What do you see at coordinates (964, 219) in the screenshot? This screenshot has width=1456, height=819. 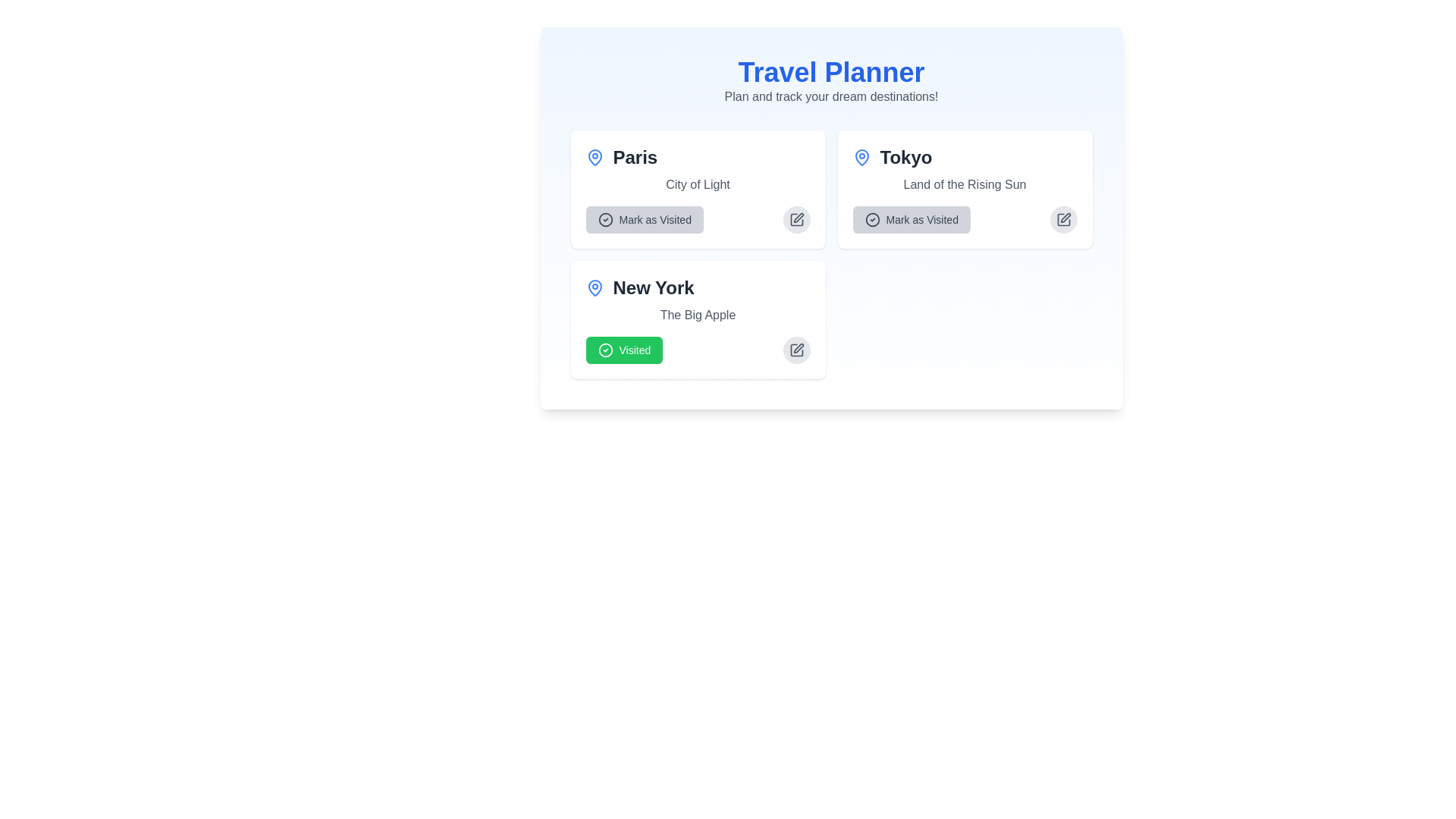 I see `the 'Mark as Visited' button with a light gray background and a checkmark icon to mark 'Tokyo' as visited` at bounding box center [964, 219].